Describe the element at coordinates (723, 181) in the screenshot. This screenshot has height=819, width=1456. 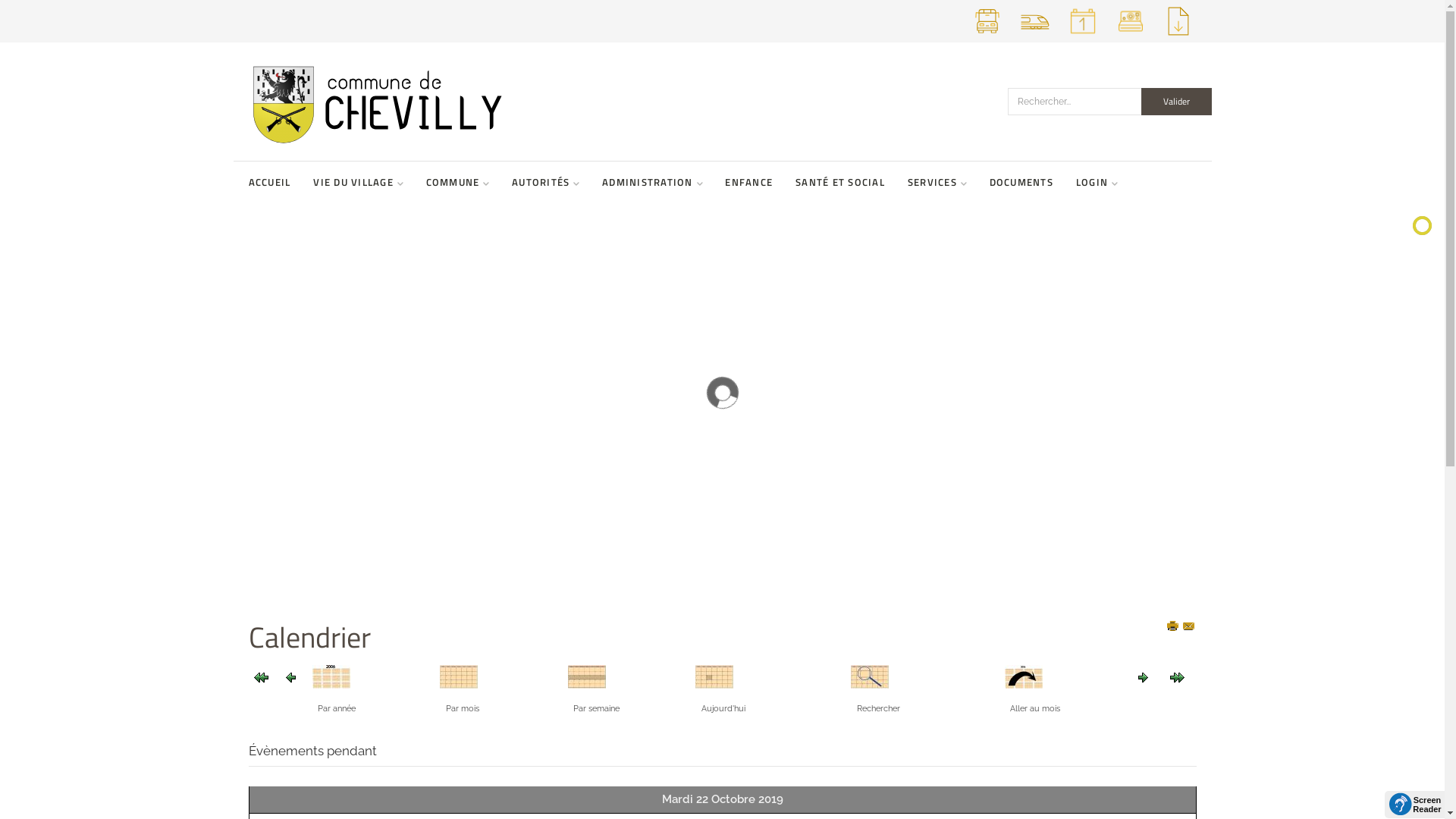
I see `'ENFANCE'` at that location.